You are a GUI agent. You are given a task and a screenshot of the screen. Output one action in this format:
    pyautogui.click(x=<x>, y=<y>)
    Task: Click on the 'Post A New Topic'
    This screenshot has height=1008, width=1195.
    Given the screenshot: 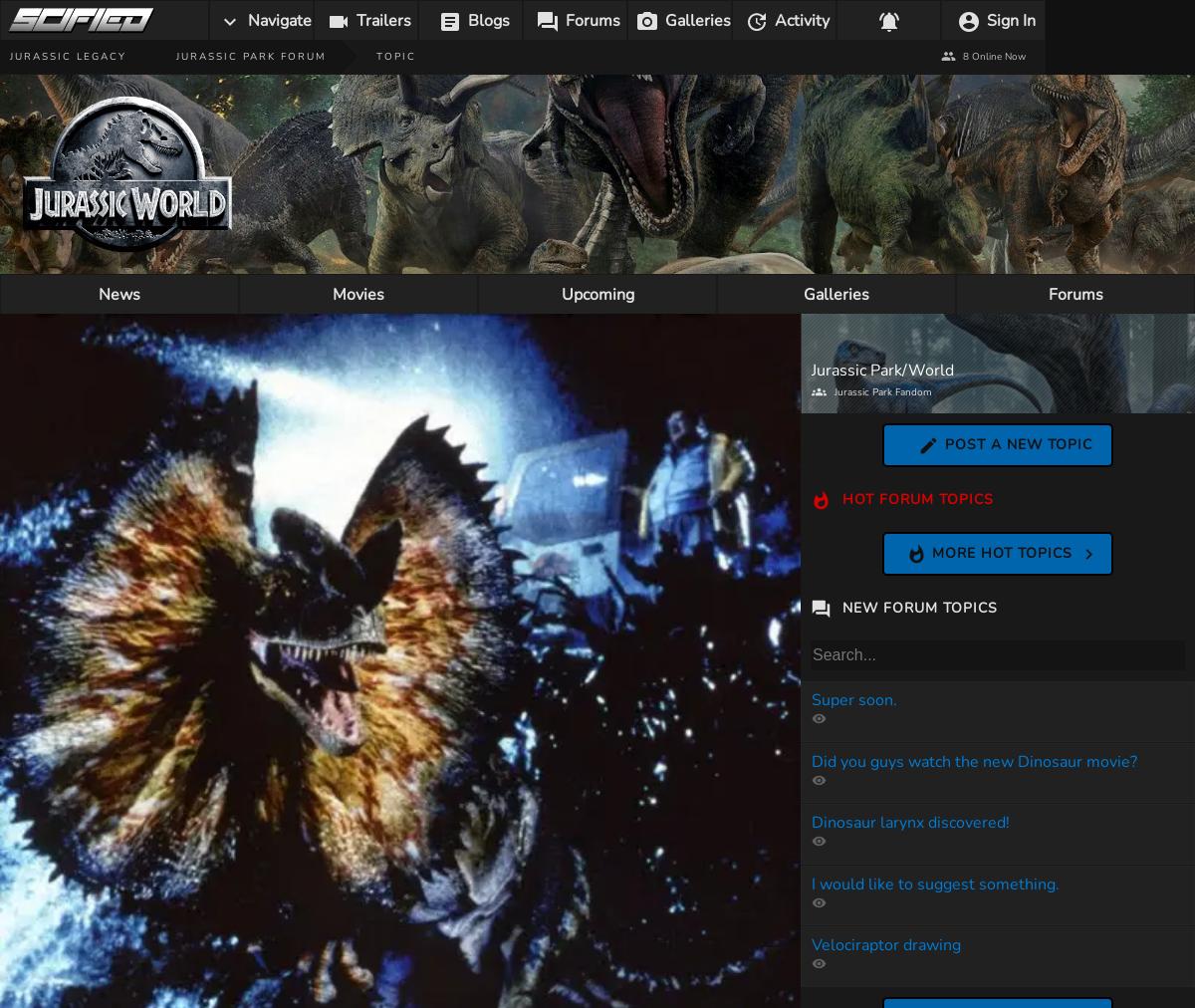 What is the action you would take?
    pyautogui.click(x=944, y=444)
    